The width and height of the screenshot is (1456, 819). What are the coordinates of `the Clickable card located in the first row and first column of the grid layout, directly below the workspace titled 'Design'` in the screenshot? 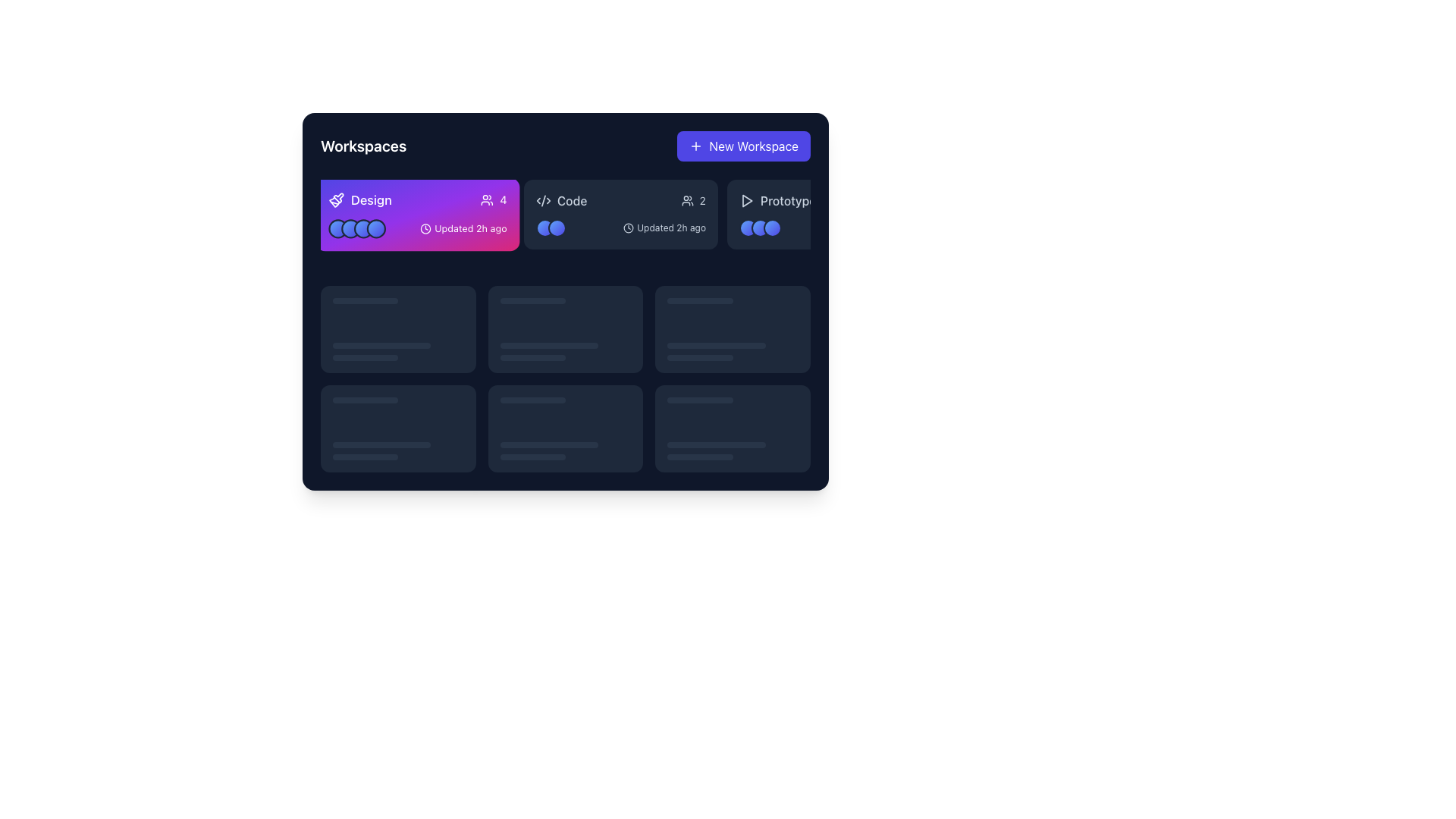 It's located at (398, 328).